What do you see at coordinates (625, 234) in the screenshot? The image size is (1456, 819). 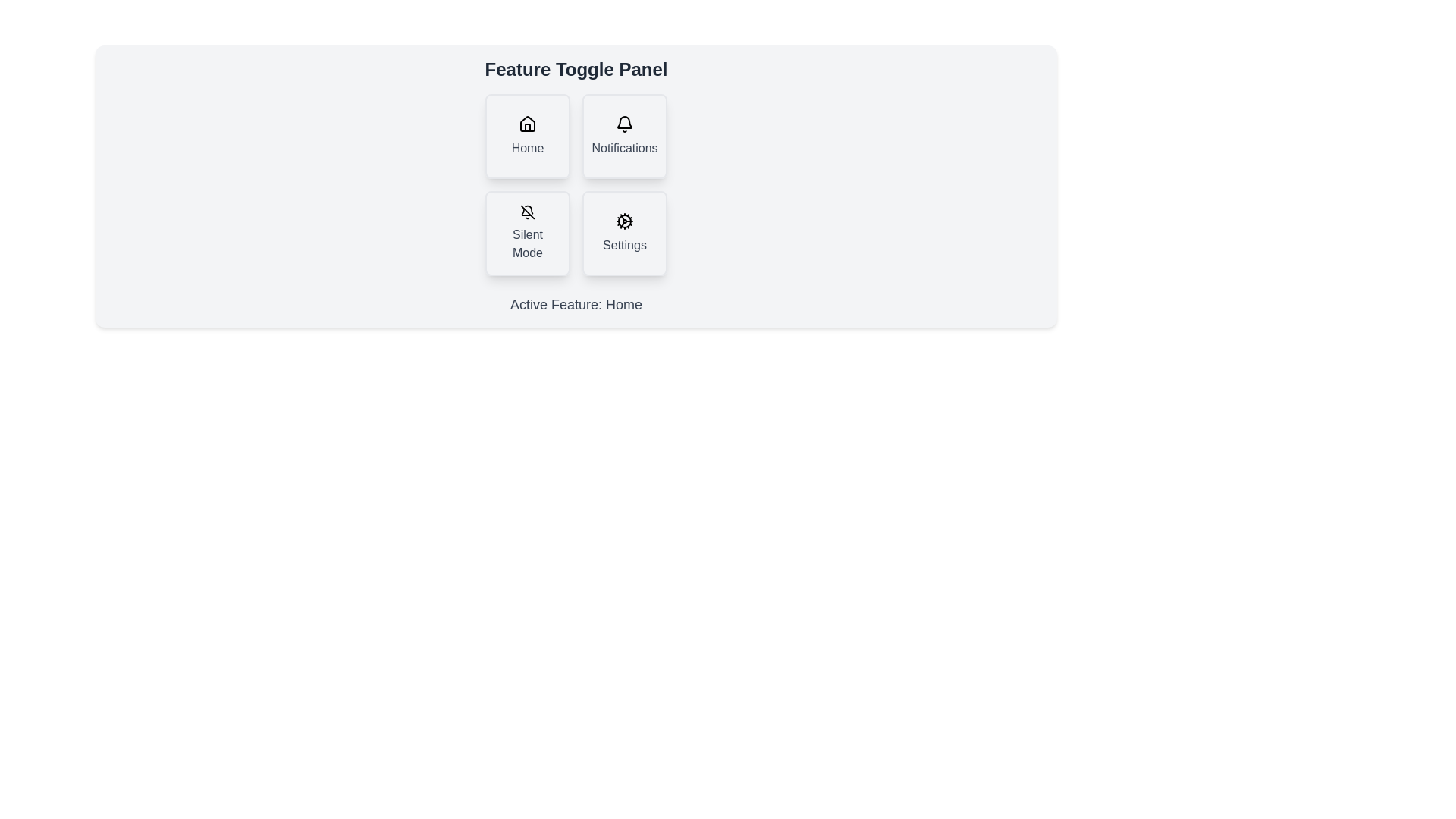 I see `the button corresponding to the feature Settings` at bounding box center [625, 234].